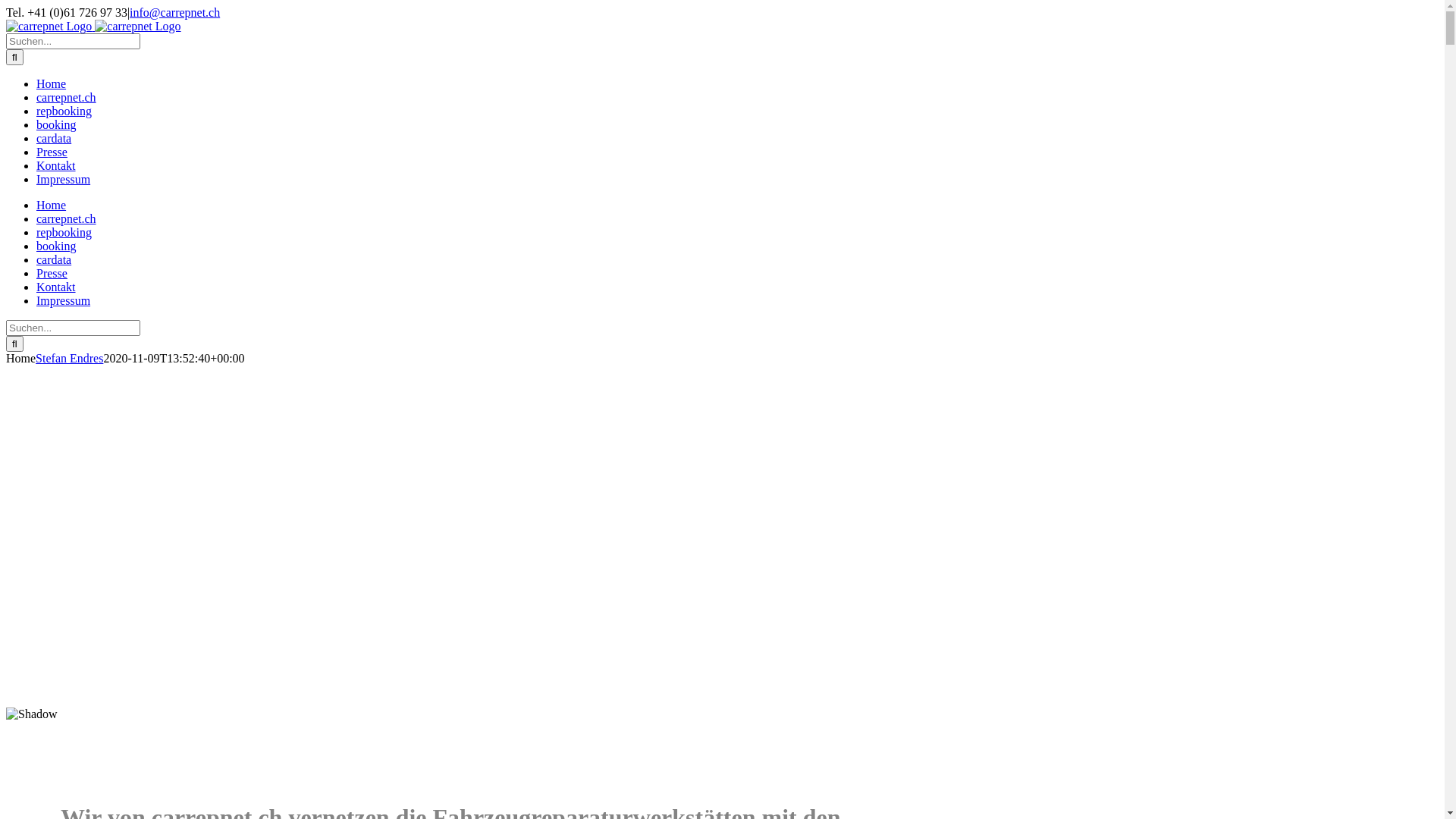 Image resolution: width=1456 pixels, height=819 pixels. I want to click on 'cardata', so click(54, 138).